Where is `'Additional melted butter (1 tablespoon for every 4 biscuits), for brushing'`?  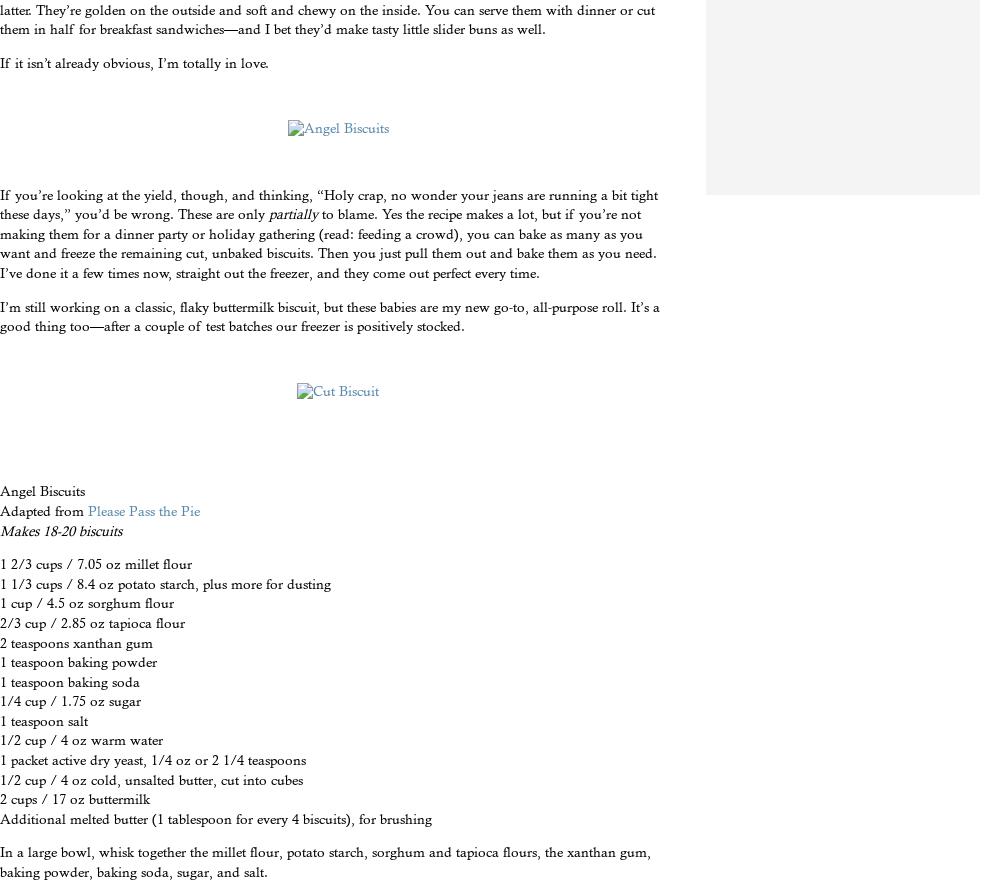
'Additional melted butter (1 tablespoon for every 4 biscuits), for brushing' is located at coordinates (214, 817).